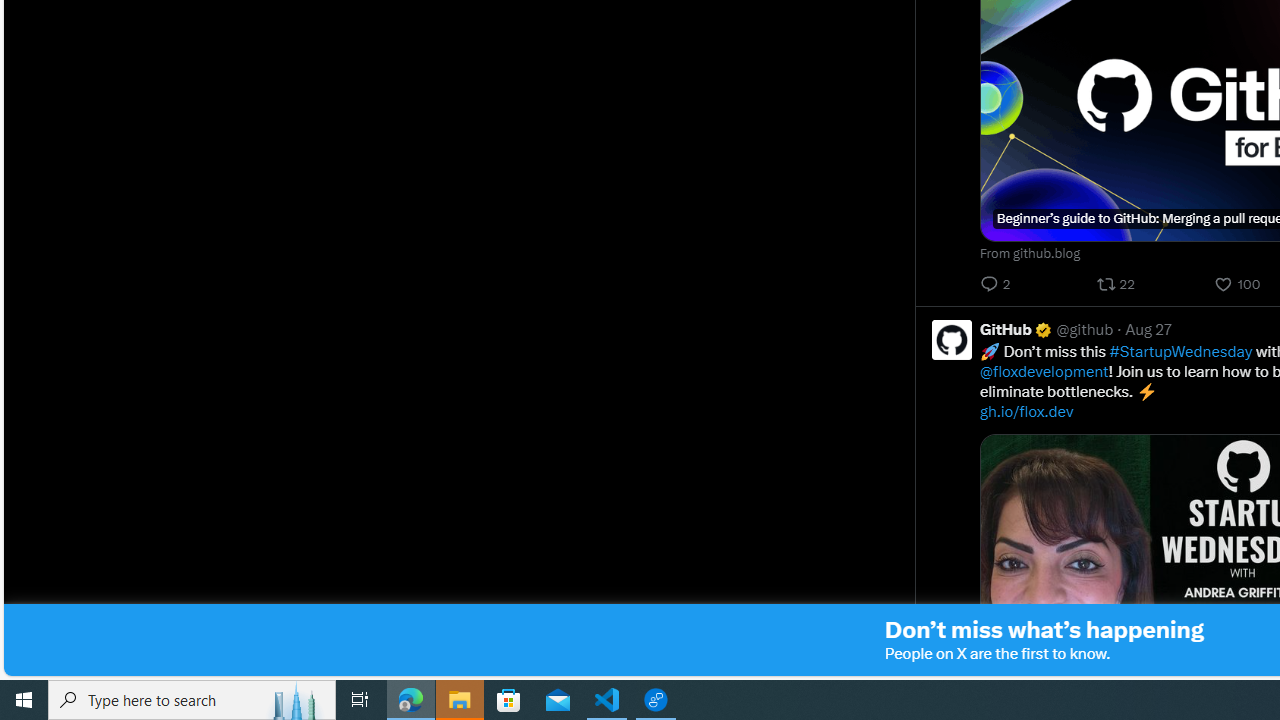 This screenshot has width=1280, height=720. Describe the element at coordinates (1148, 328) in the screenshot. I see `'Aug 27'` at that location.